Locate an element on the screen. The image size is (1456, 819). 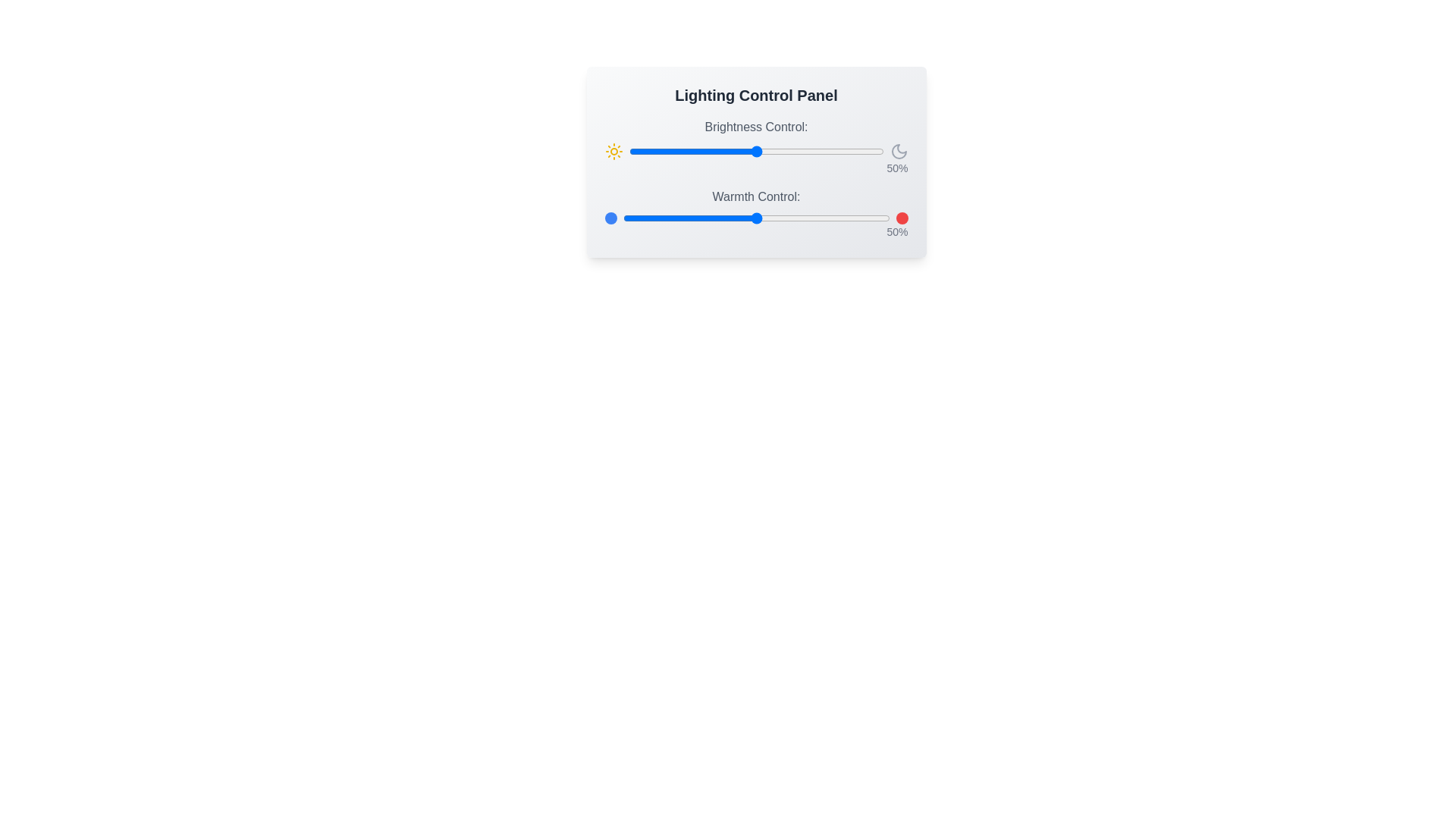
brightness is located at coordinates (758, 152).